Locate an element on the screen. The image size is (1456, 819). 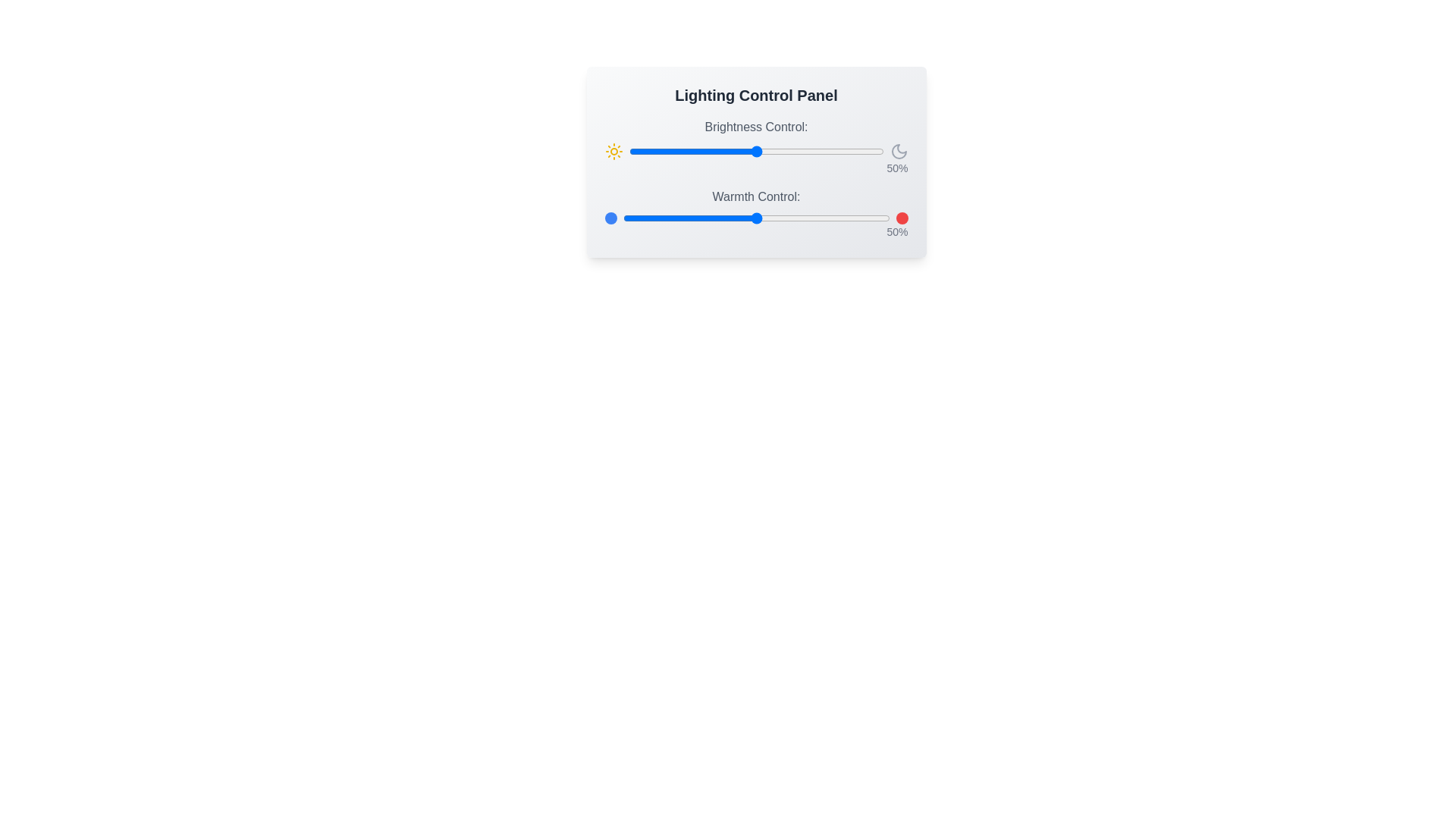
brightness is located at coordinates (758, 152).